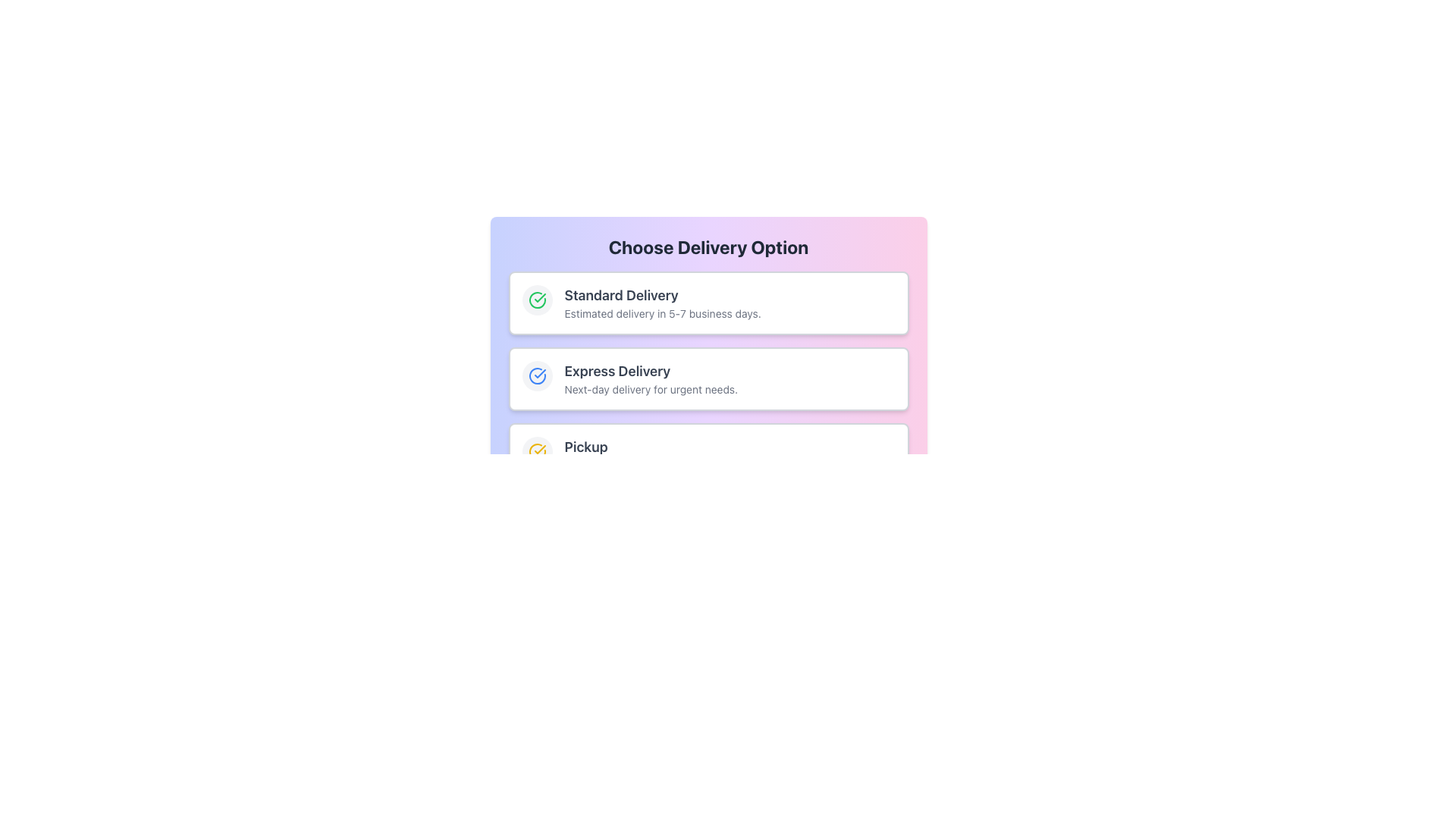 This screenshot has height=819, width=1456. I want to click on the icon element that is part of the delivery choice interface, located to the left of the 'Standard Delivery' label text, so click(537, 300).